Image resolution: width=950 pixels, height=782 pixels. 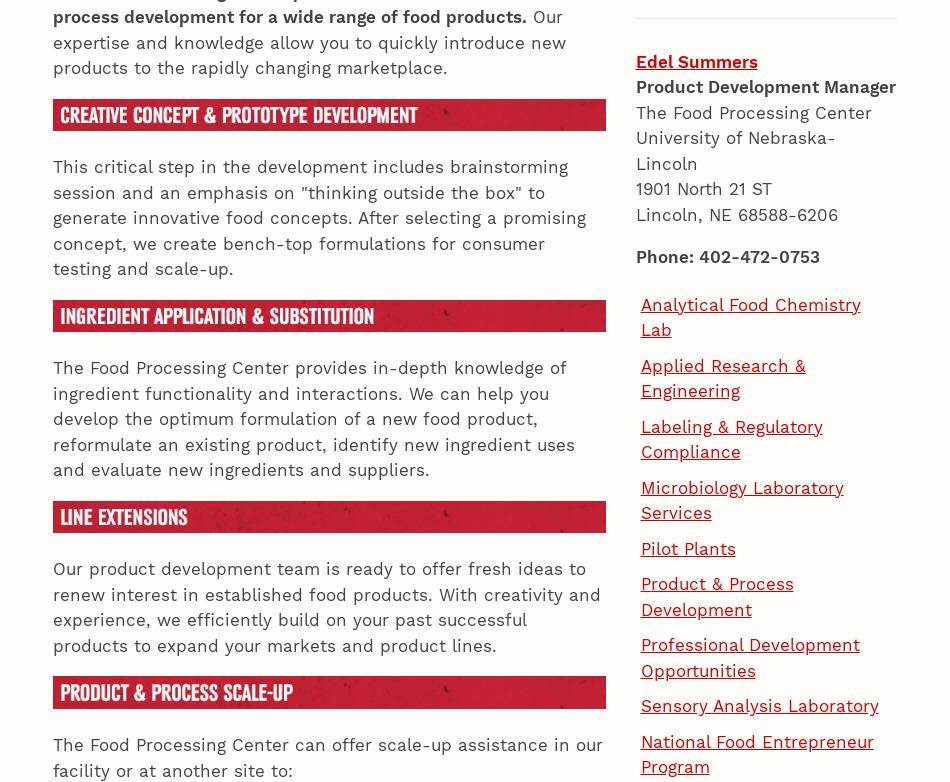 I want to click on 'Professional Development Opportunities', so click(x=748, y=341).